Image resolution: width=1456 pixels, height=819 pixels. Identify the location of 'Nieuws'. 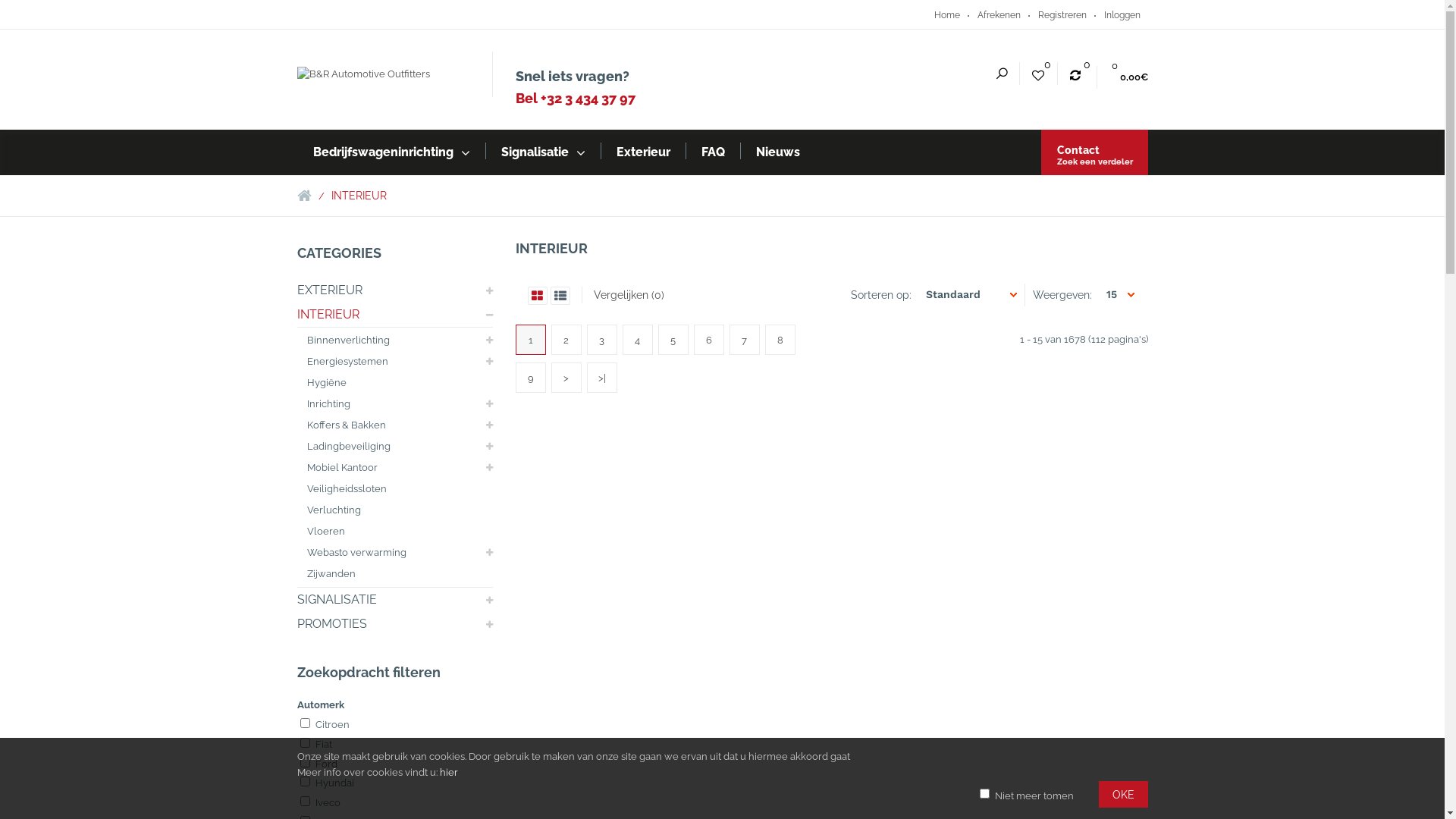
(777, 152).